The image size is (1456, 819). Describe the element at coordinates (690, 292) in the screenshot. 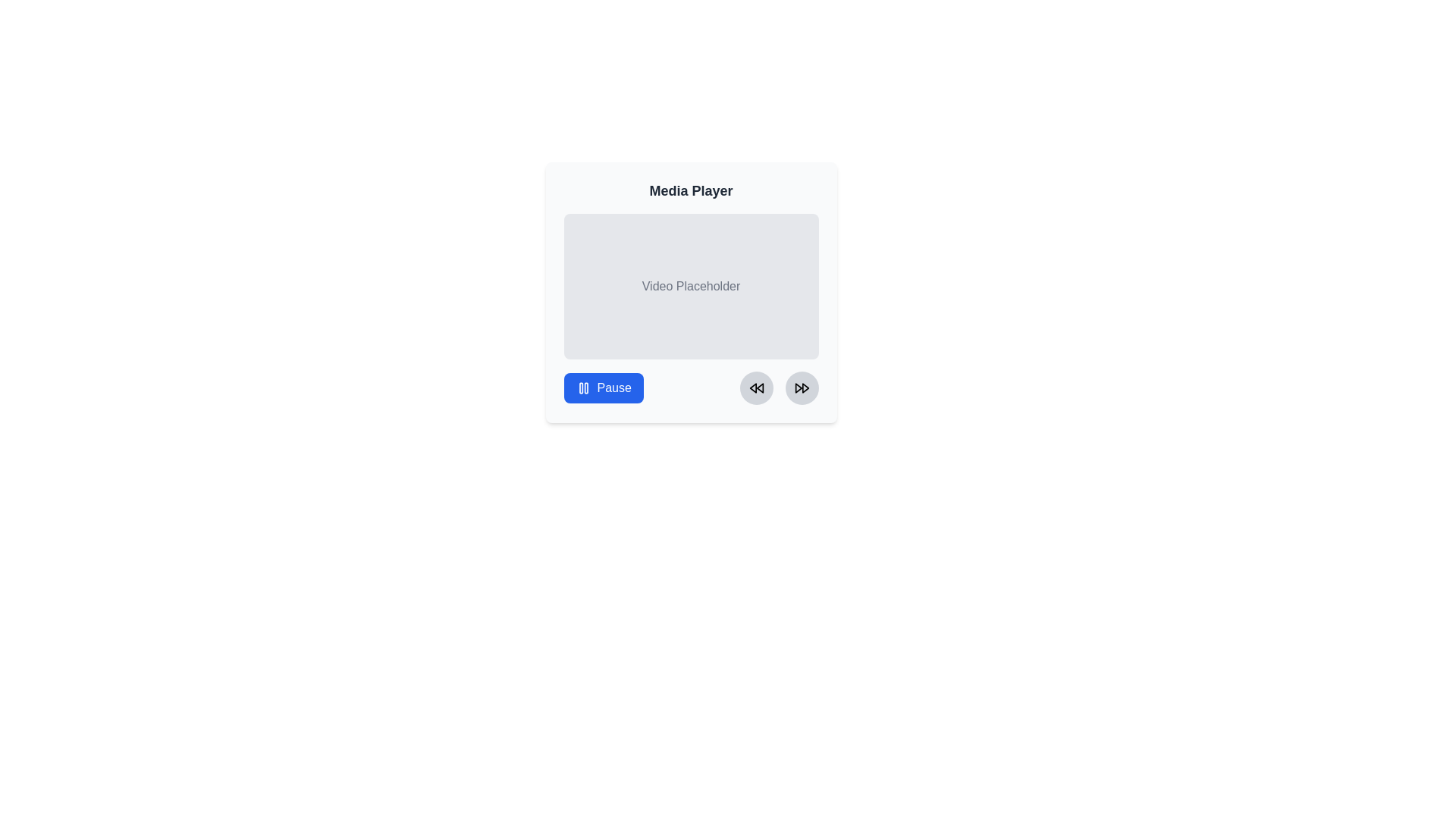

I see `the placeholder element in the media player interface, which visually represents the area for video content, located below the title 'Media Player' and above the control buttons` at that location.